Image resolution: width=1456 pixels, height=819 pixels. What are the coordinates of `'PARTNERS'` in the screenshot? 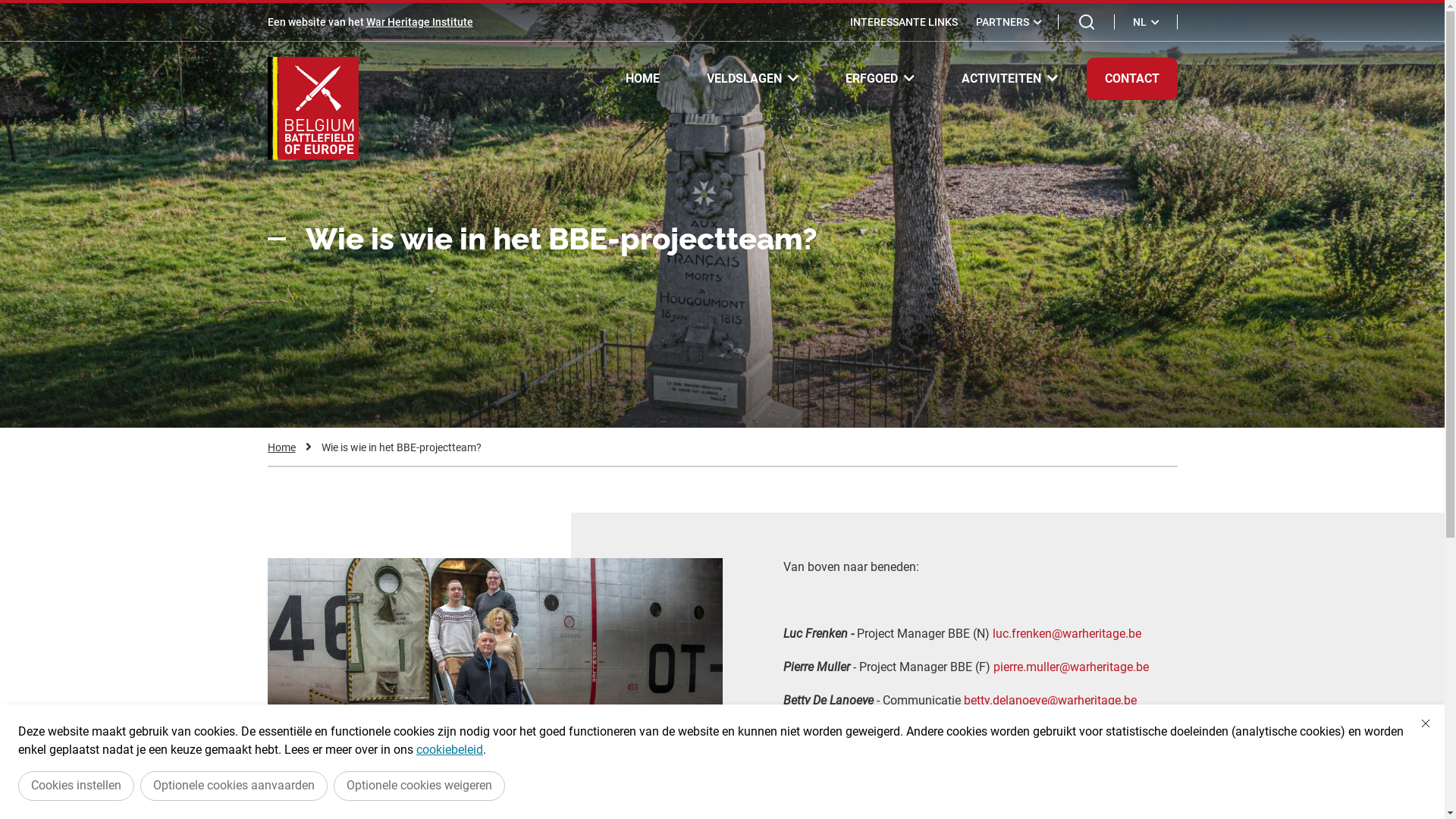 It's located at (1008, 22).